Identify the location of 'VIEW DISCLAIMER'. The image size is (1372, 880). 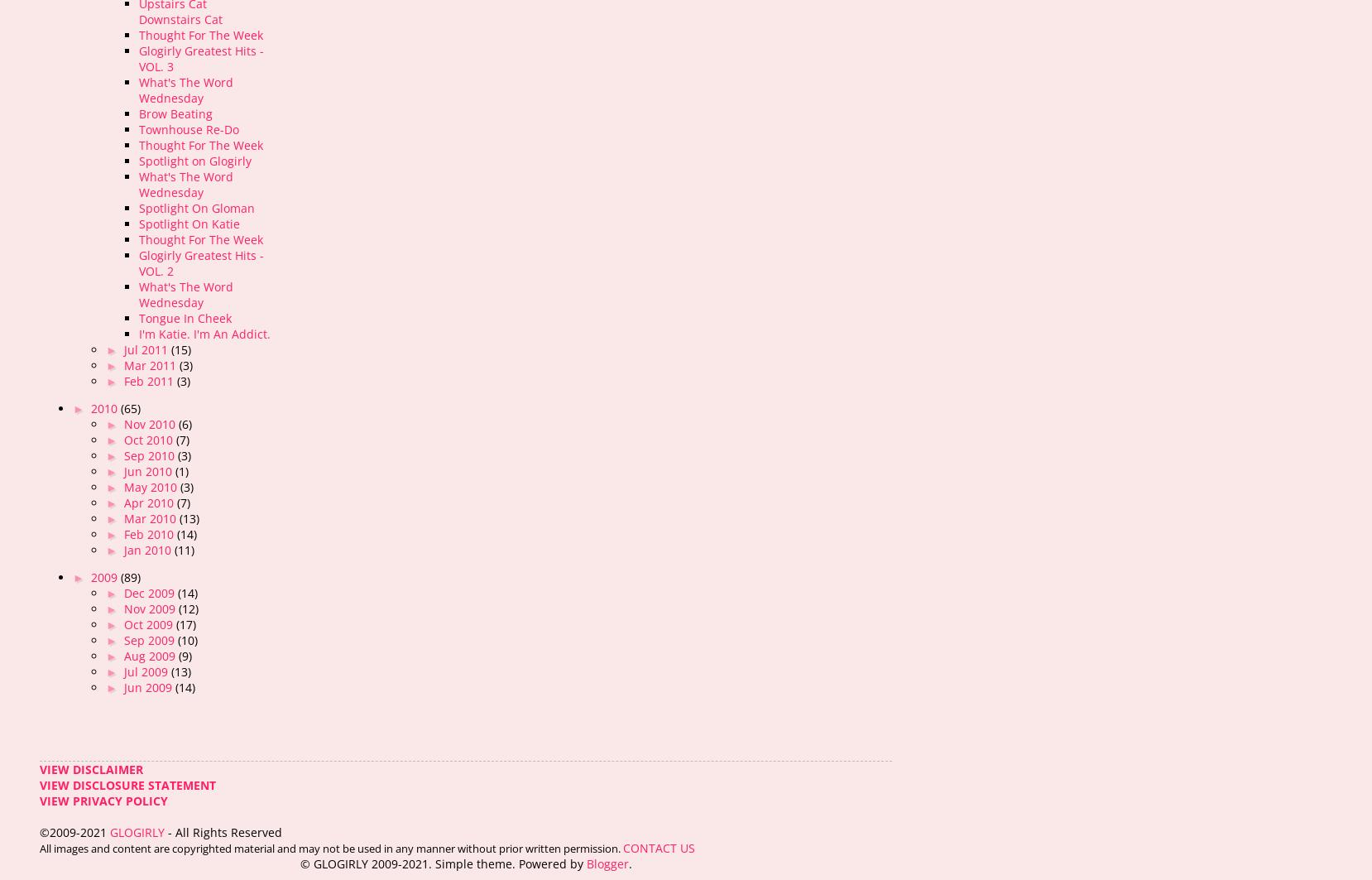
(90, 768).